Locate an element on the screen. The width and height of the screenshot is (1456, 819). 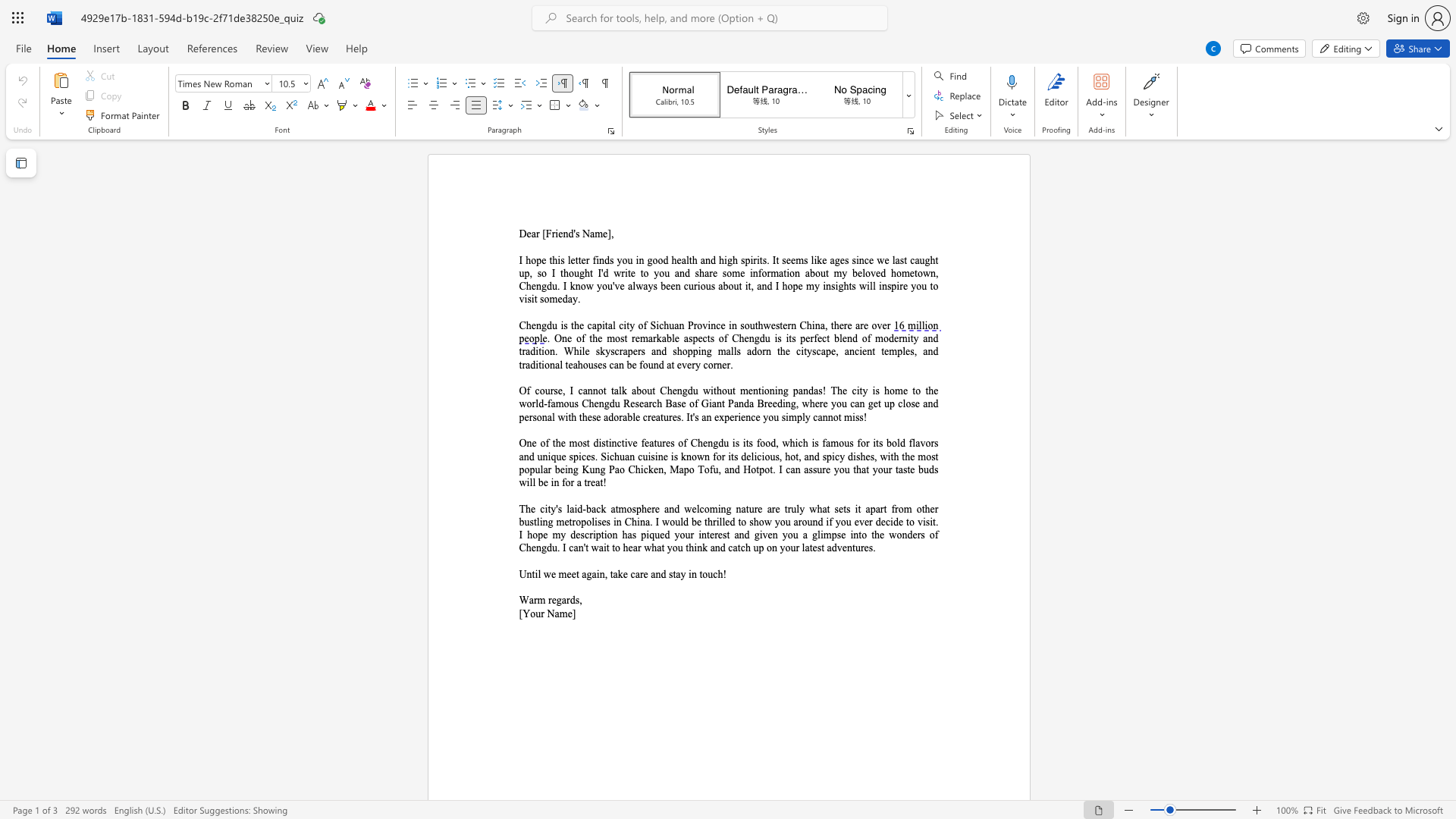
the space between the continuous character "k" and "n" in the text is located at coordinates (574, 286).